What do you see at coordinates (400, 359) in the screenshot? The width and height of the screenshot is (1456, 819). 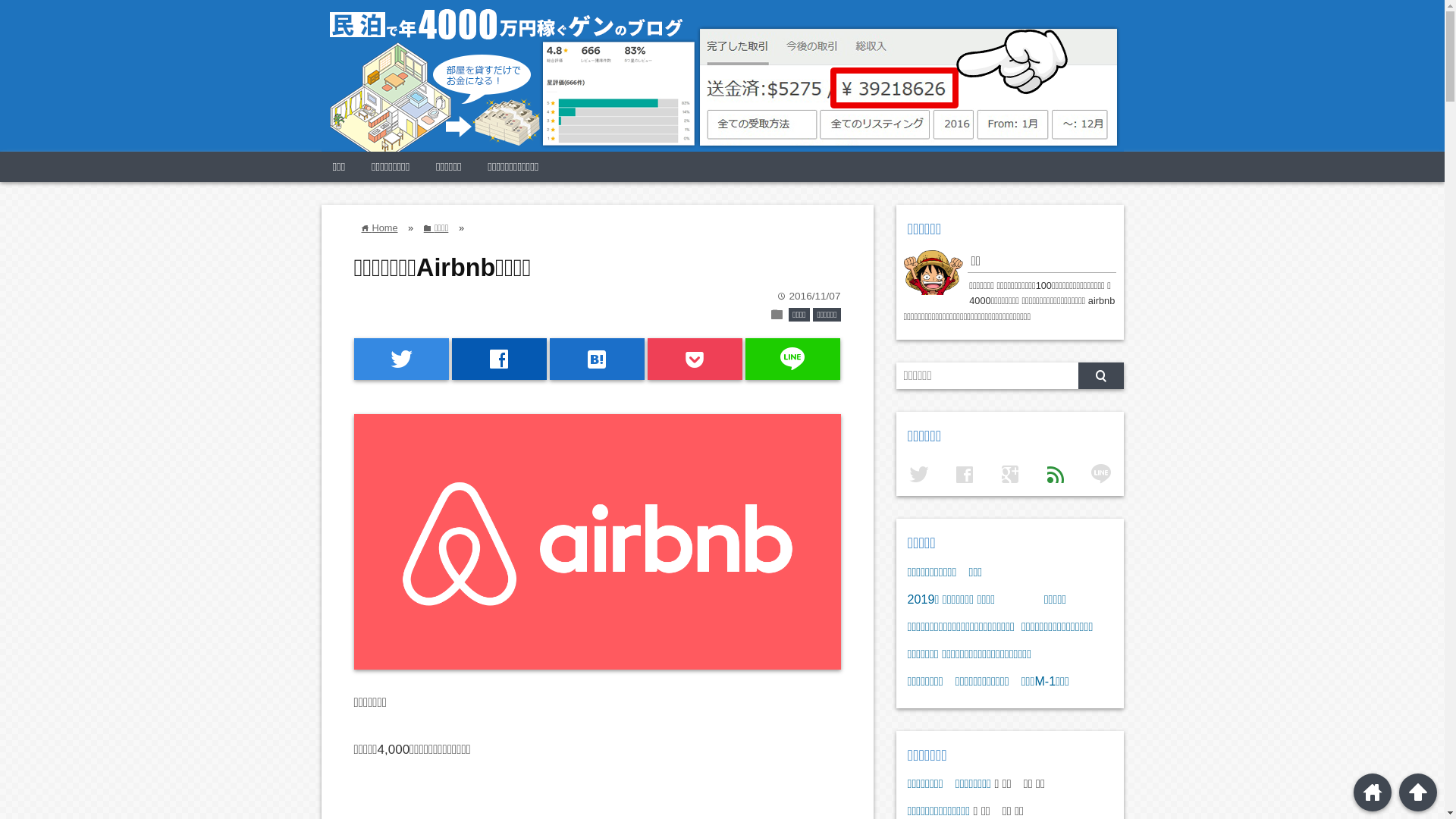 I see `'twitter'` at bounding box center [400, 359].